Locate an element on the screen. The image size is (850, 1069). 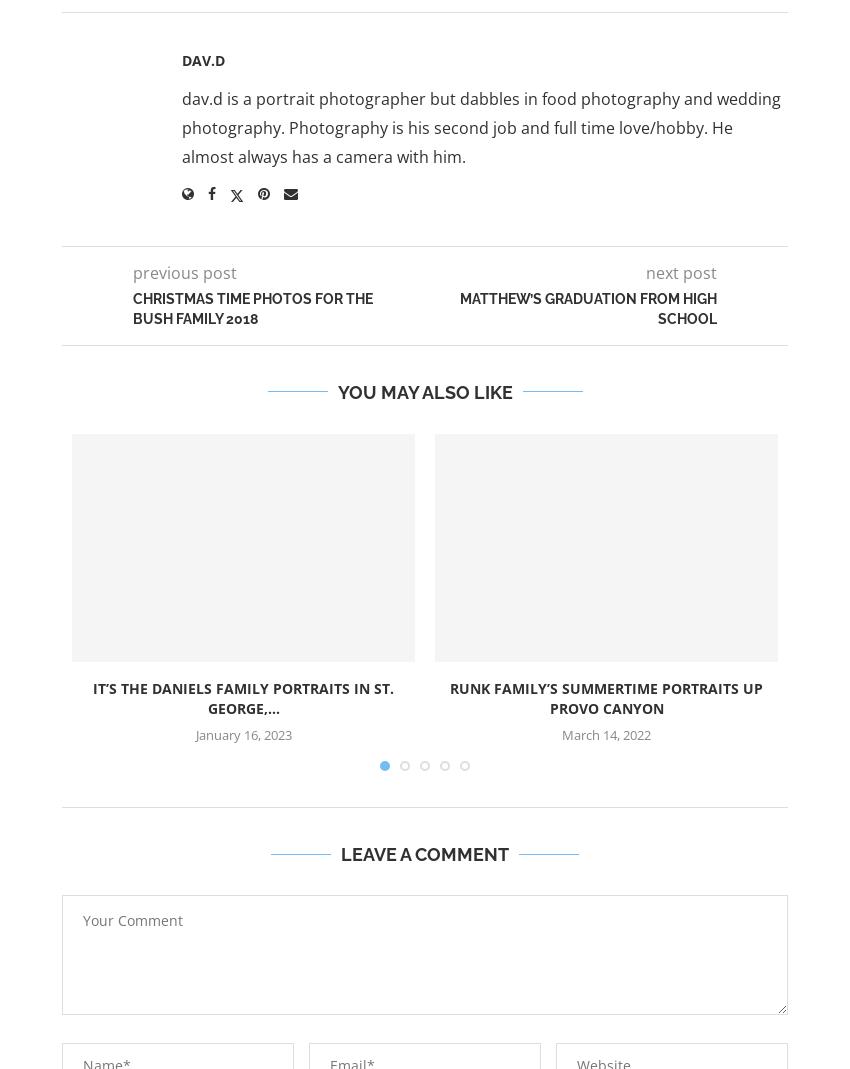
'Christmas Time Photos for the Bush Family 2018' is located at coordinates (252, 307).